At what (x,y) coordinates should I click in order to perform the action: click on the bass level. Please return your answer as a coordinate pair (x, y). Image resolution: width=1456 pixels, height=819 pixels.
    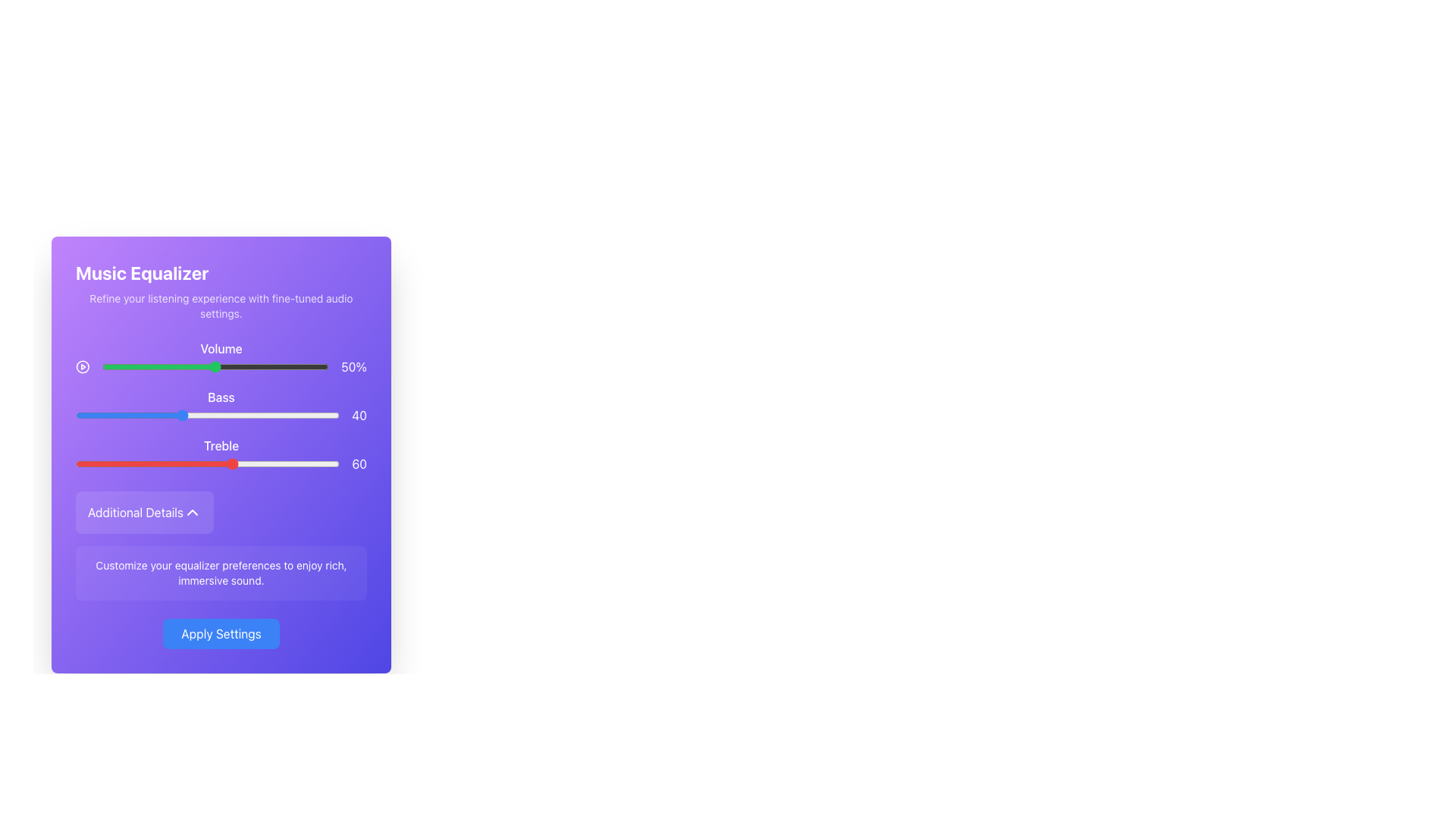
    Looking at the image, I should click on (207, 415).